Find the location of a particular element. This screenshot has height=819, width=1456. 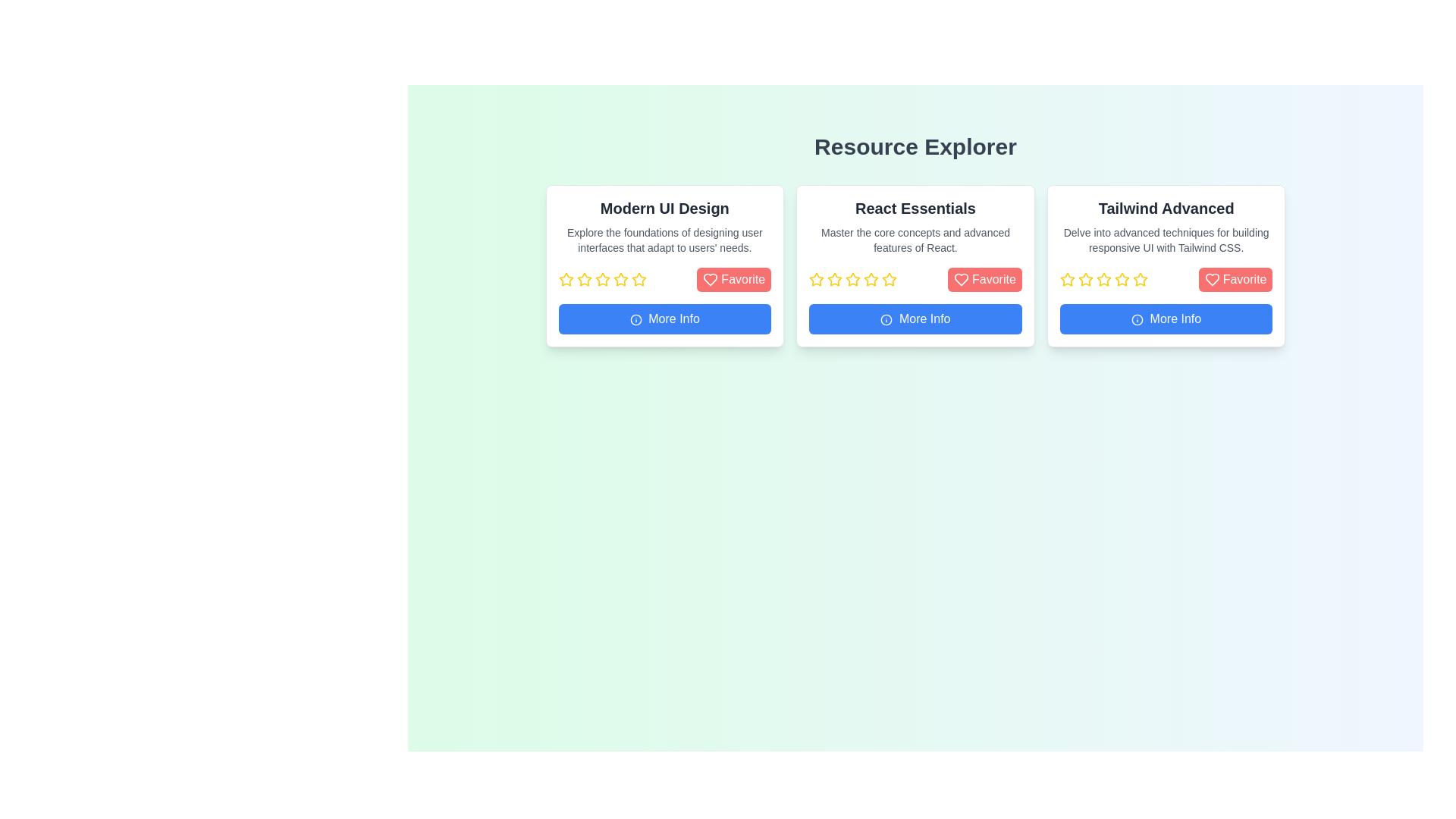

the yellow star-shaped icon, which is the second star in the row under the 'Modern UI Design' card is located at coordinates (565, 279).